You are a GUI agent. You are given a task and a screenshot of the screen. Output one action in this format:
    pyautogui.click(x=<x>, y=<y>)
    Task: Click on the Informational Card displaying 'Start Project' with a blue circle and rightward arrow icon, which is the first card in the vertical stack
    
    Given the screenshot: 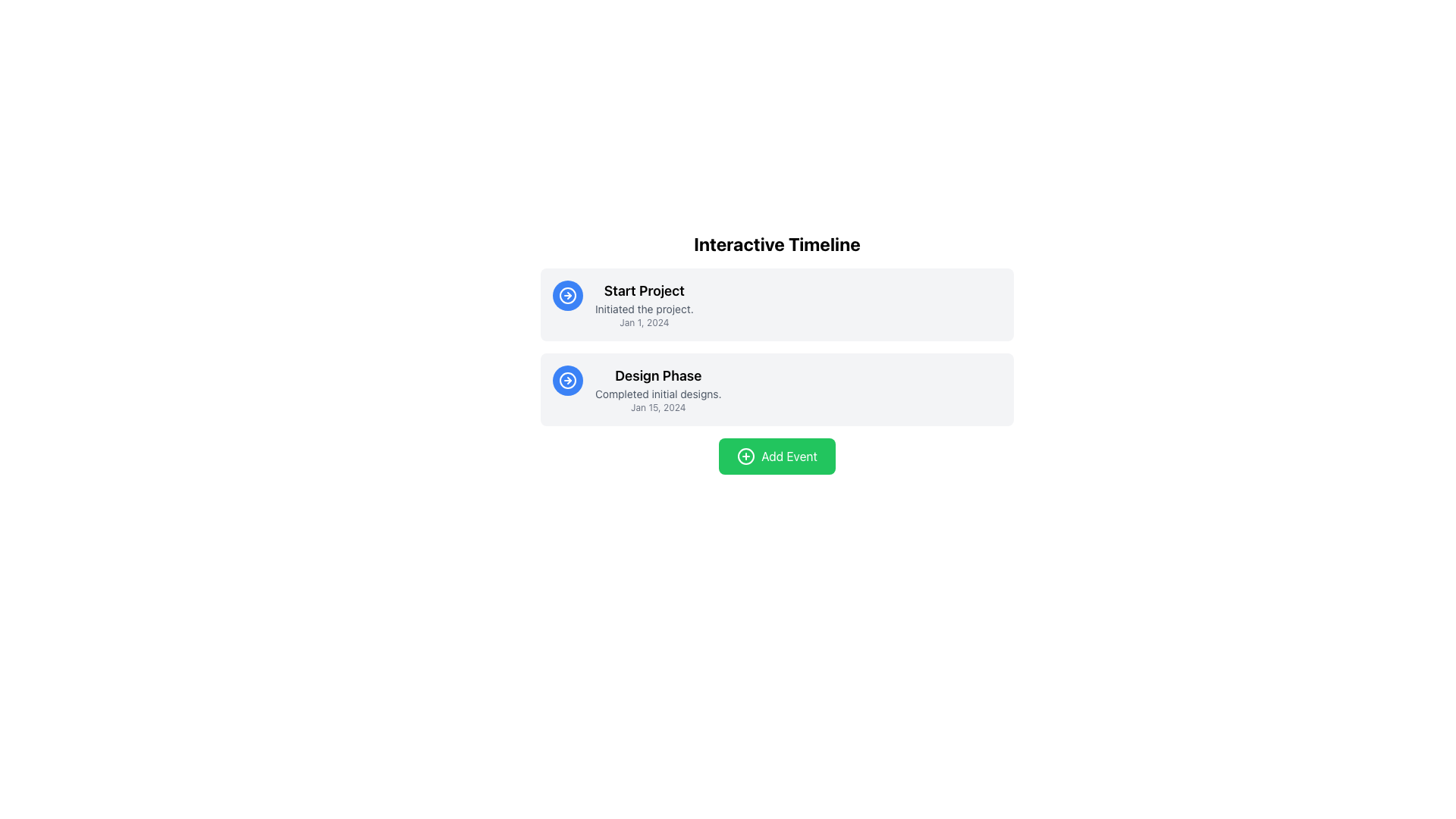 What is the action you would take?
    pyautogui.click(x=777, y=304)
    